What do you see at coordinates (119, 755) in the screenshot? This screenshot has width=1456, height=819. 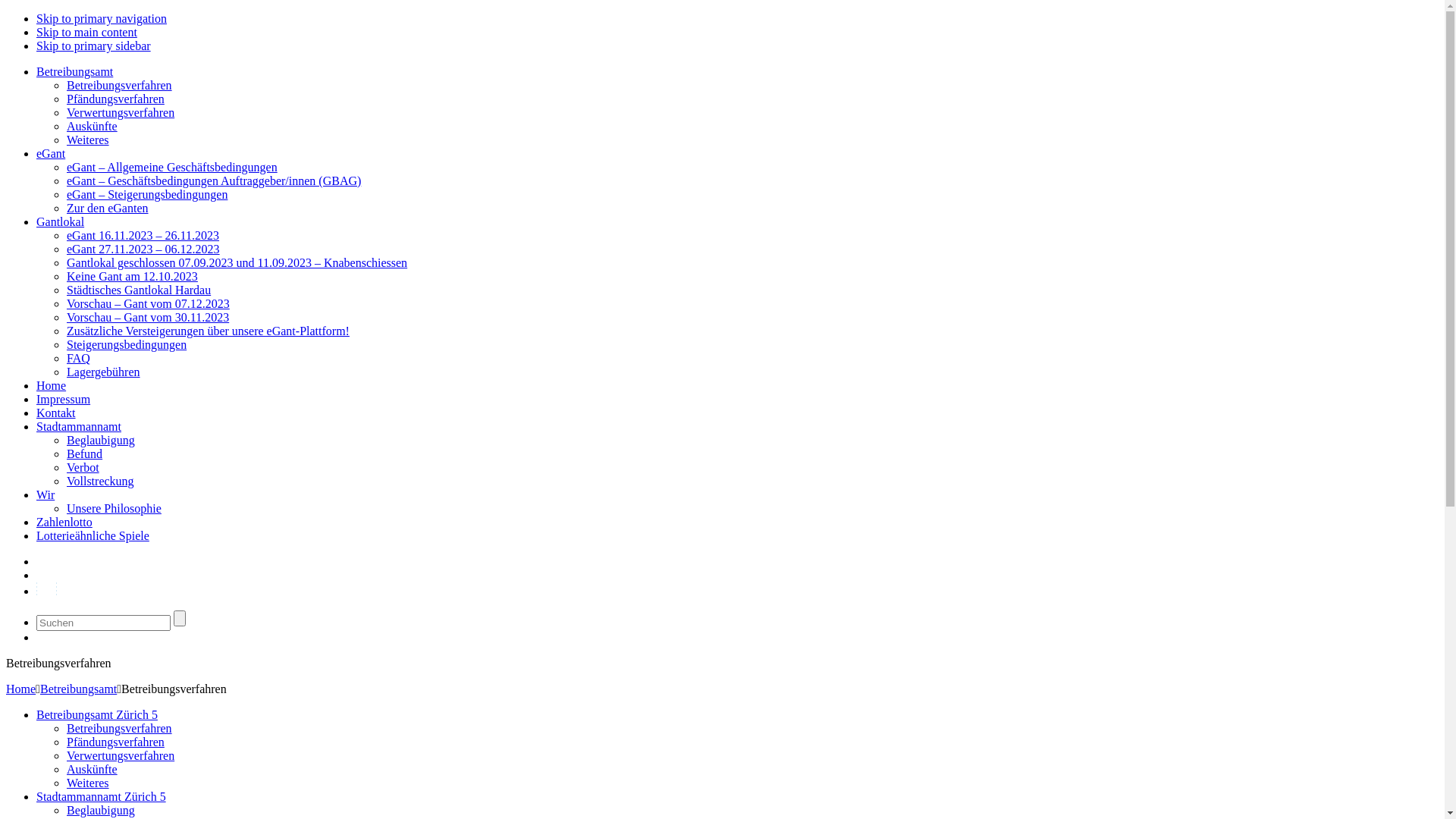 I see `'Verwertungsverfahren'` at bounding box center [119, 755].